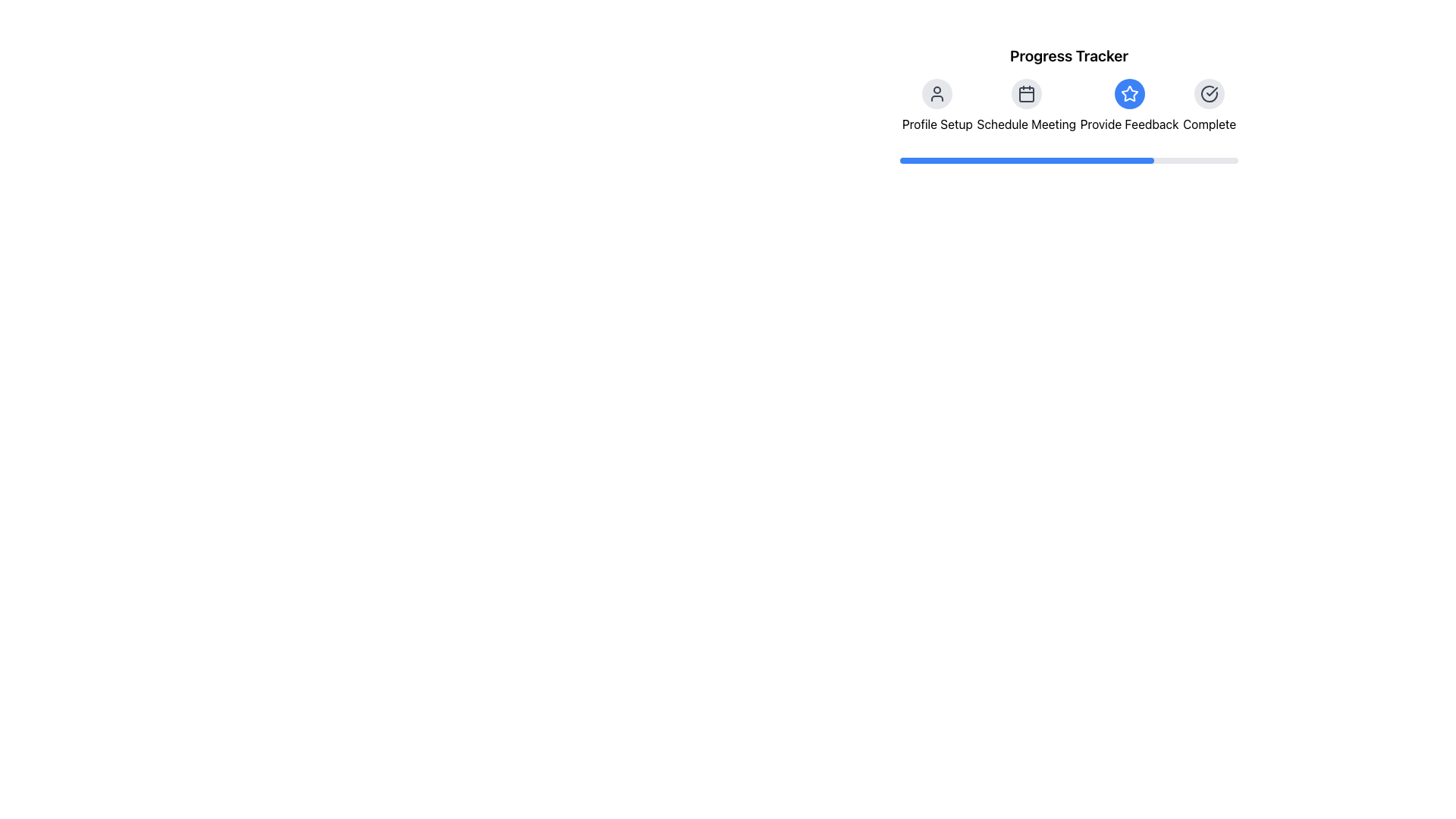 The image size is (1456, 819). I want to click on text label that describes the profile setup section, located directly below the user profile icon in the navigation bar, so click(937, 124).